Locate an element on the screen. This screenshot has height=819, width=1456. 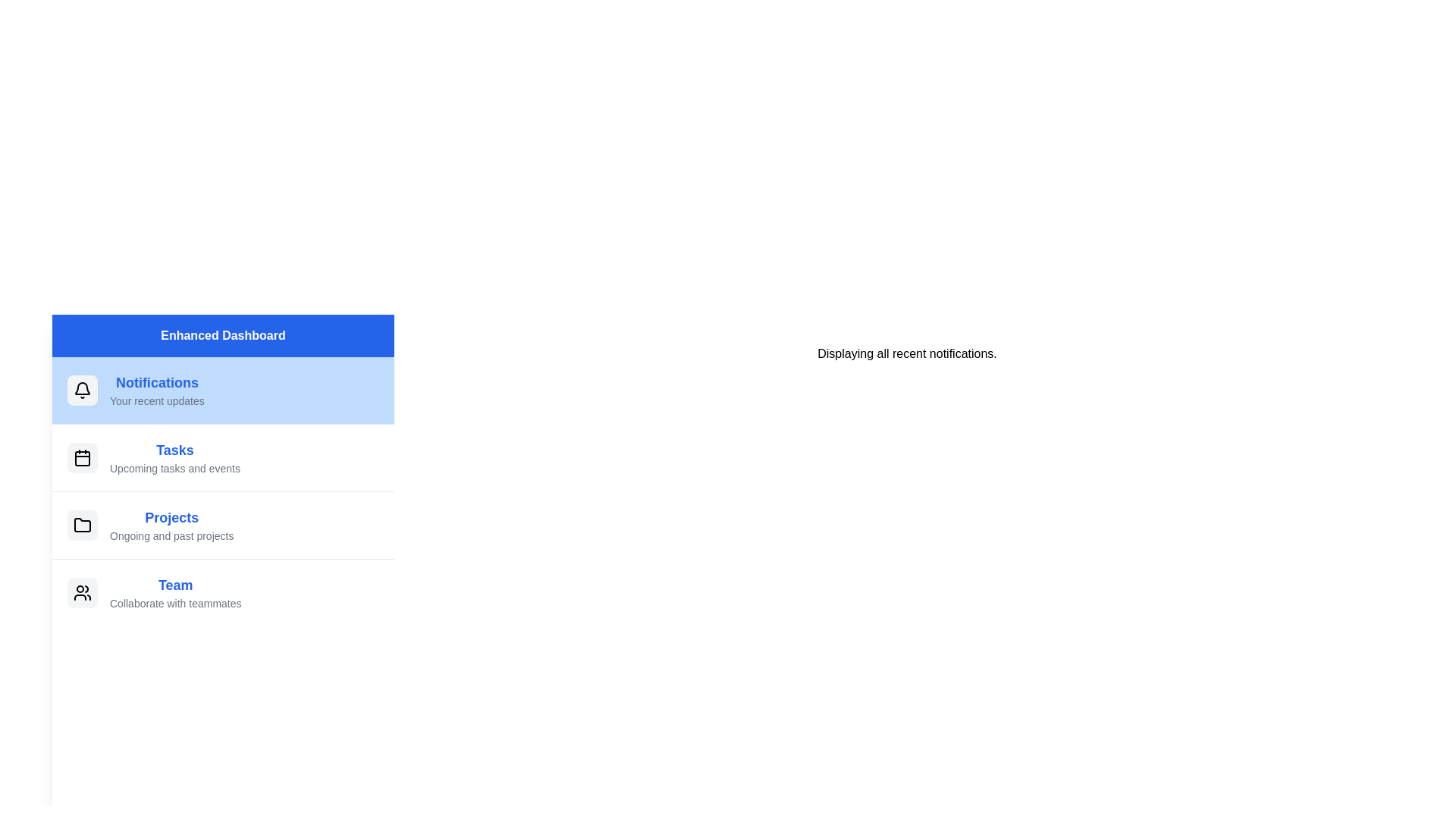
the menu item Projects to access its context menu is located at coordinates (222, 524).